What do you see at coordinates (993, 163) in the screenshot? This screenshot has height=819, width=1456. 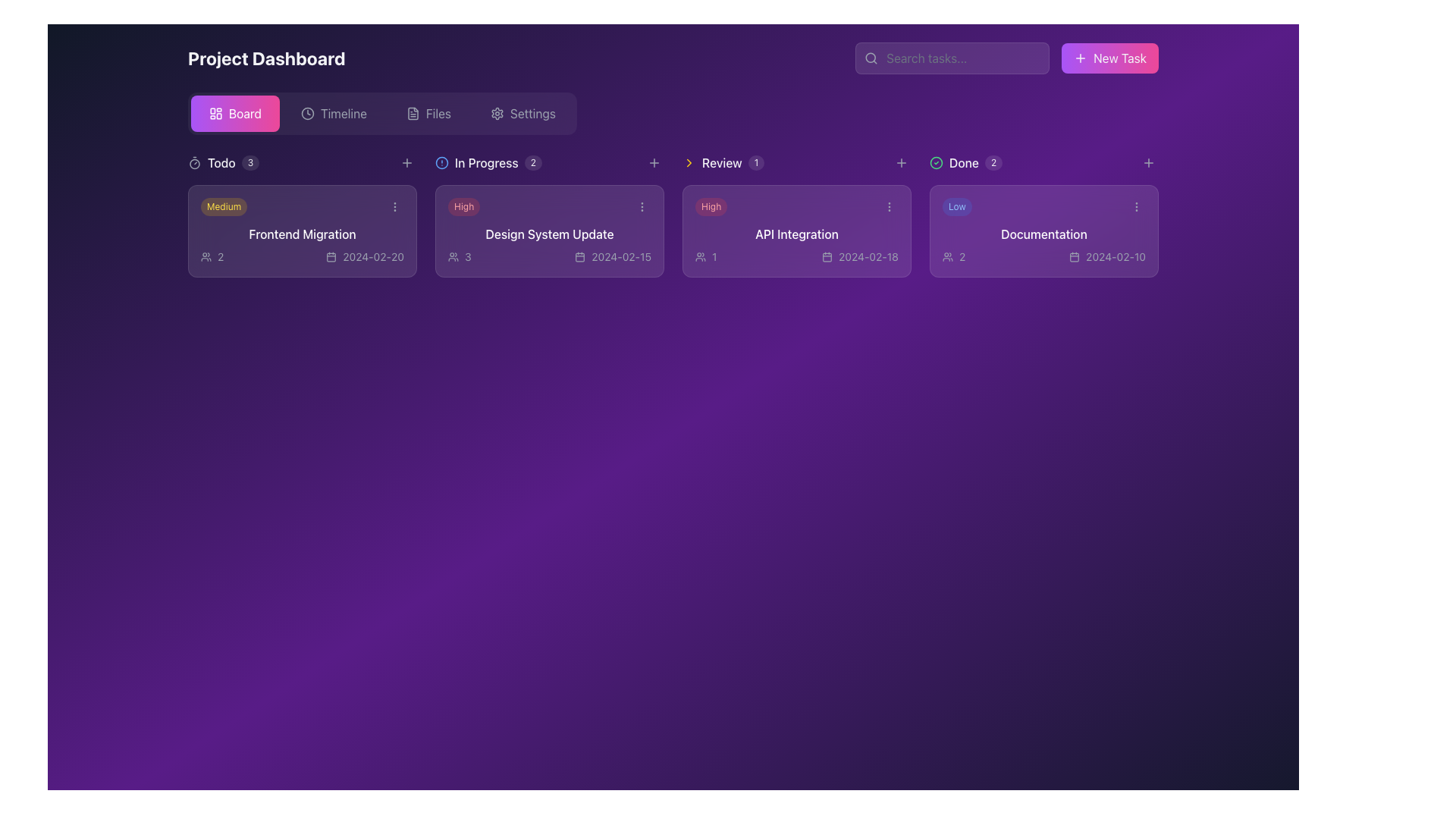 I see `the small circular badge displaying the number '2', which is positioned to the right of the word 'Done' in the dashboard's top navigation bar` at bounding box center [993, 163].